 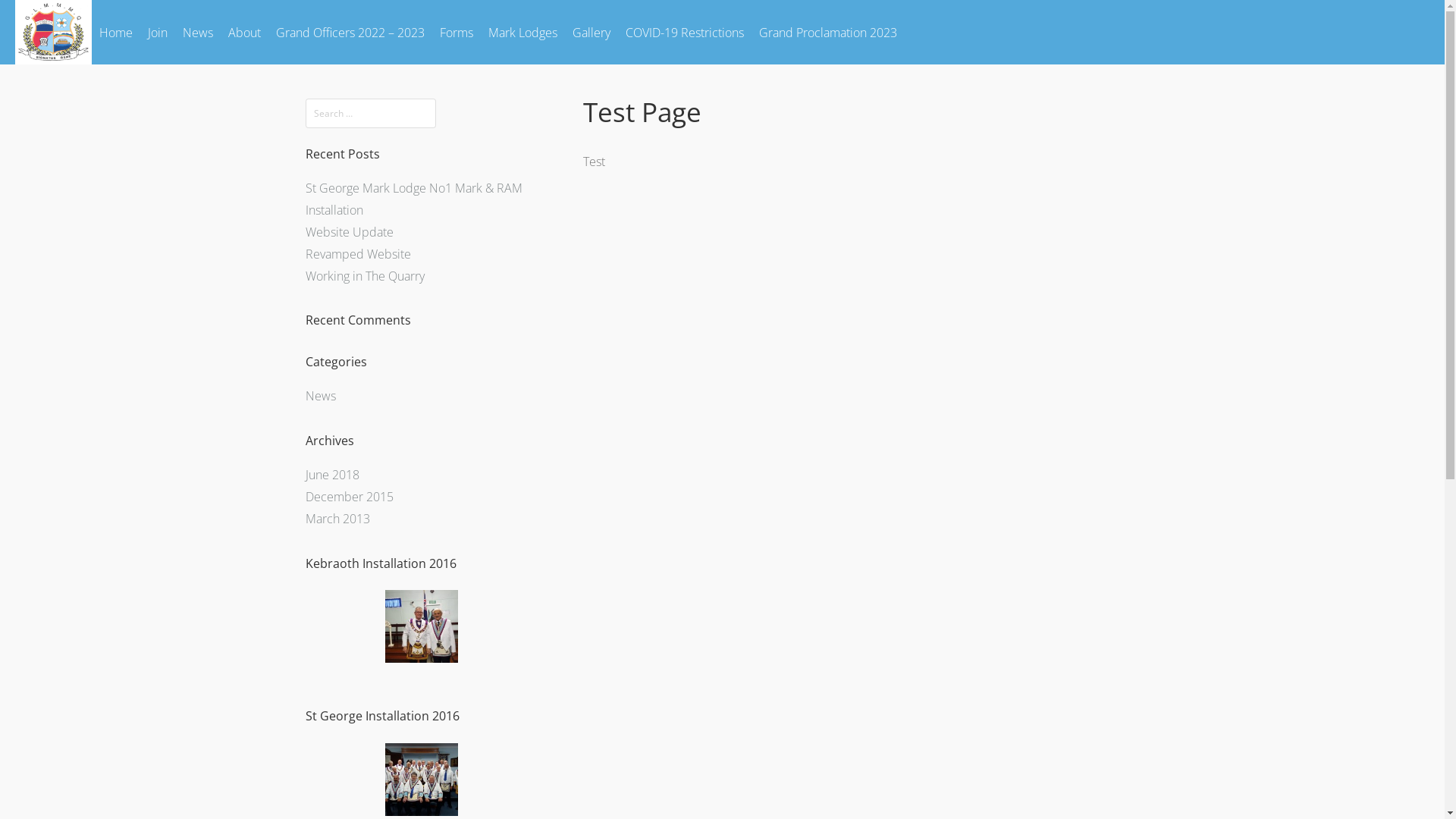 I want to click on 'Forms', so click(x=455, y=32).